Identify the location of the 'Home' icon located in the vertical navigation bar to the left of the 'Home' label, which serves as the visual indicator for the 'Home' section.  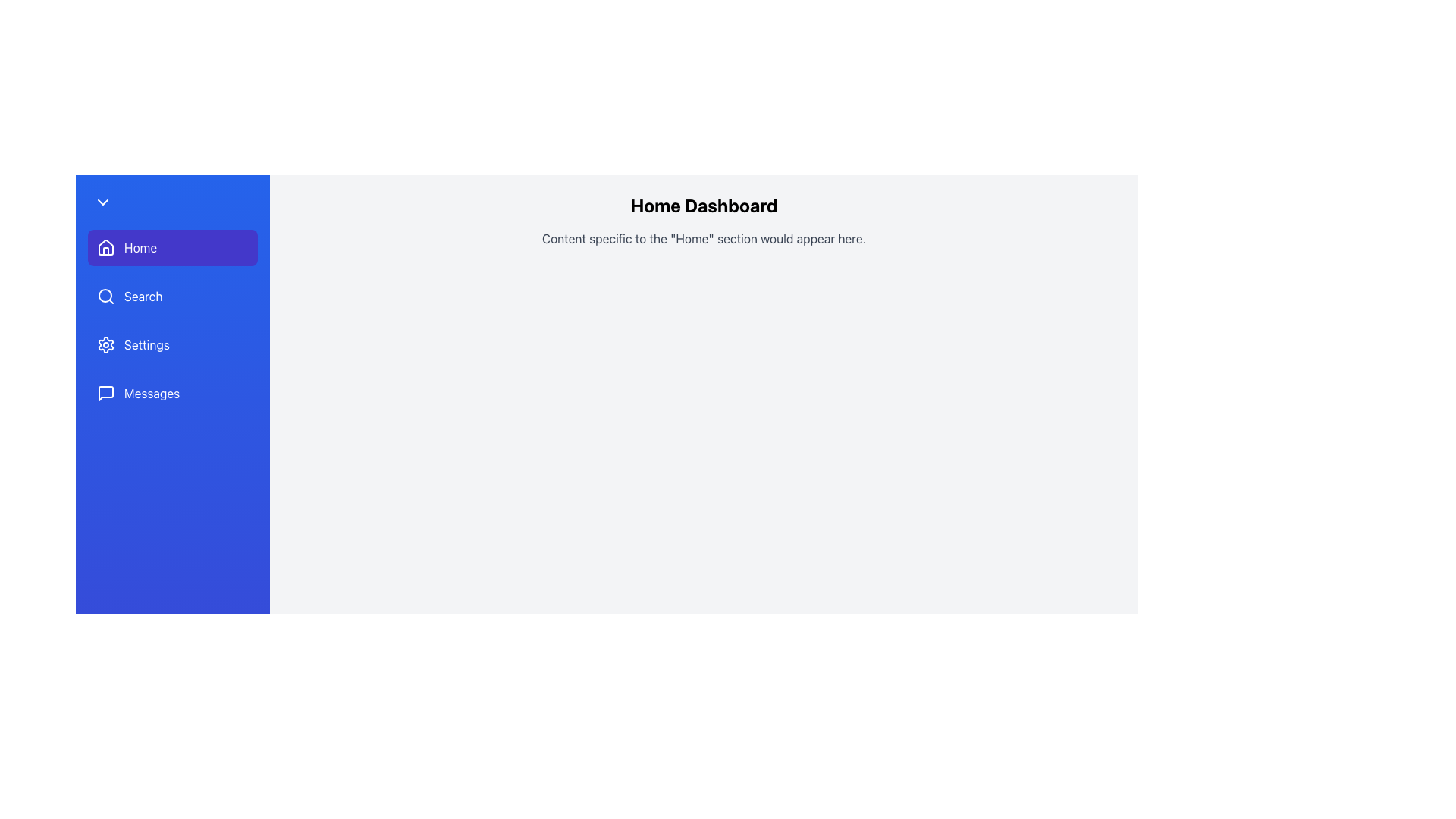
(105, 246).